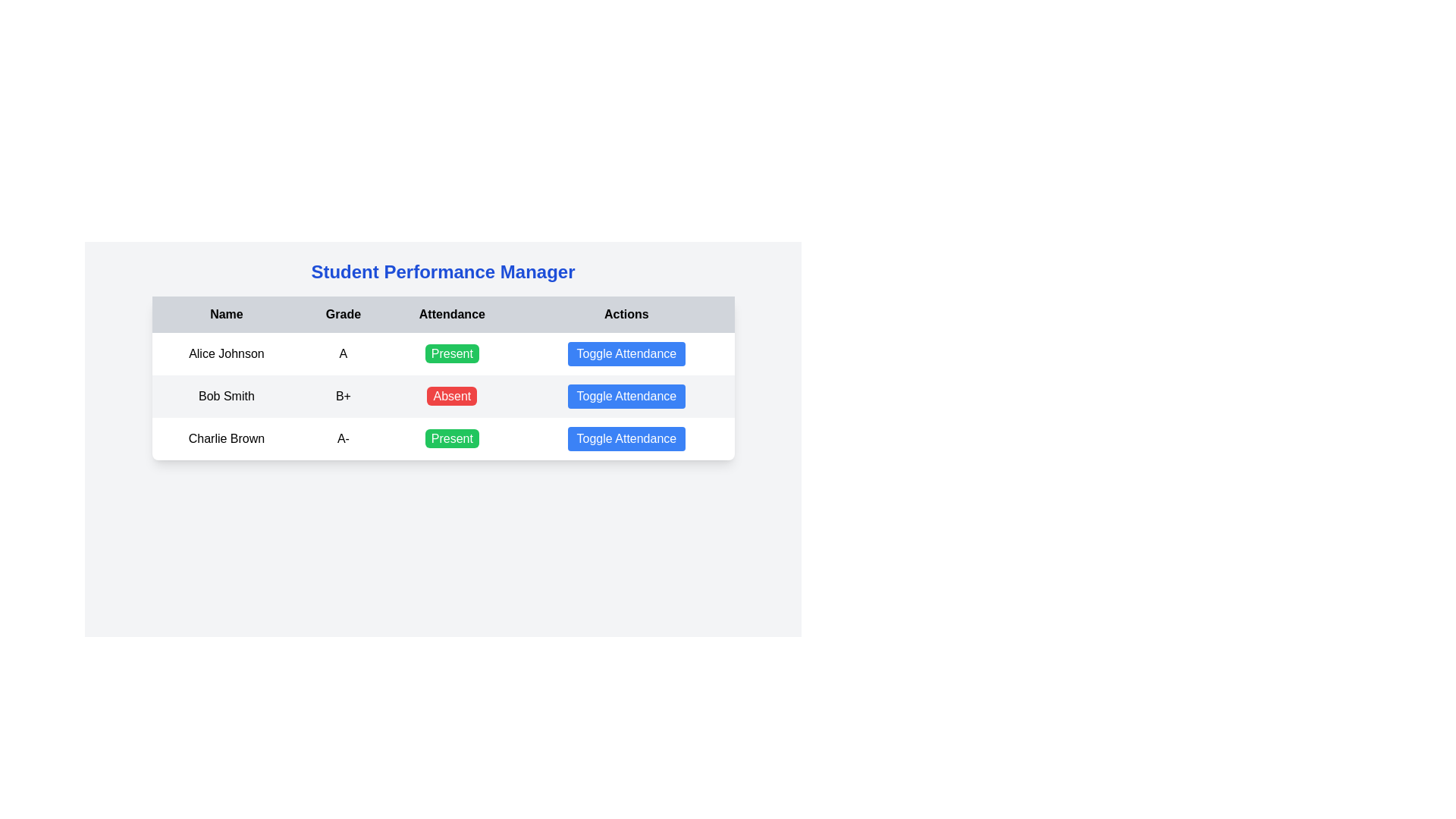  I want to click on the attendance status label for Charlie Brown, which indicates that he is marked as present in the third row of the attendance column, so click(451, 438).